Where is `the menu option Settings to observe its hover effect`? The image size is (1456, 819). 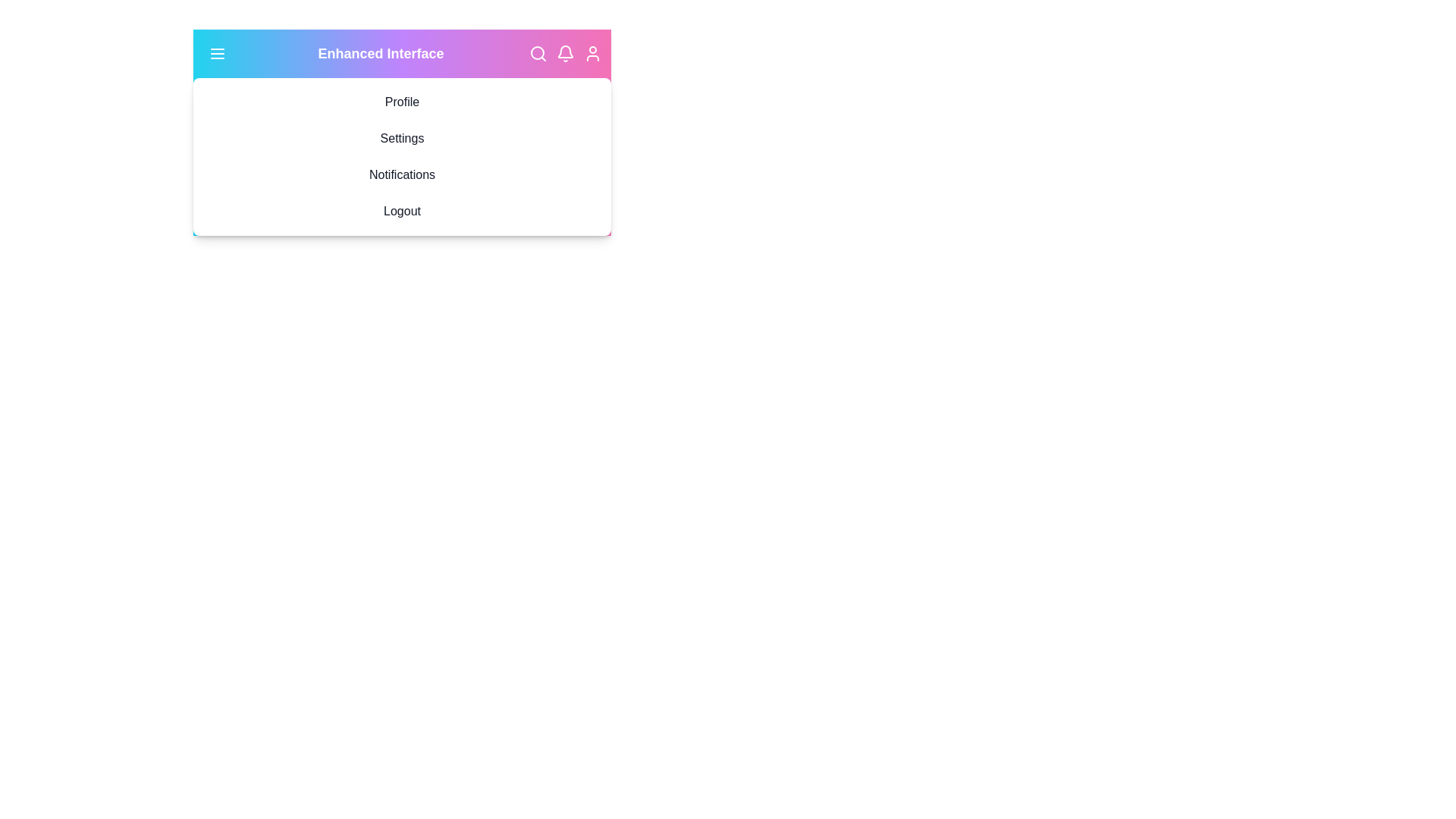
the menu option Settings to observe its hover effect is located at coordinates (402, 138).